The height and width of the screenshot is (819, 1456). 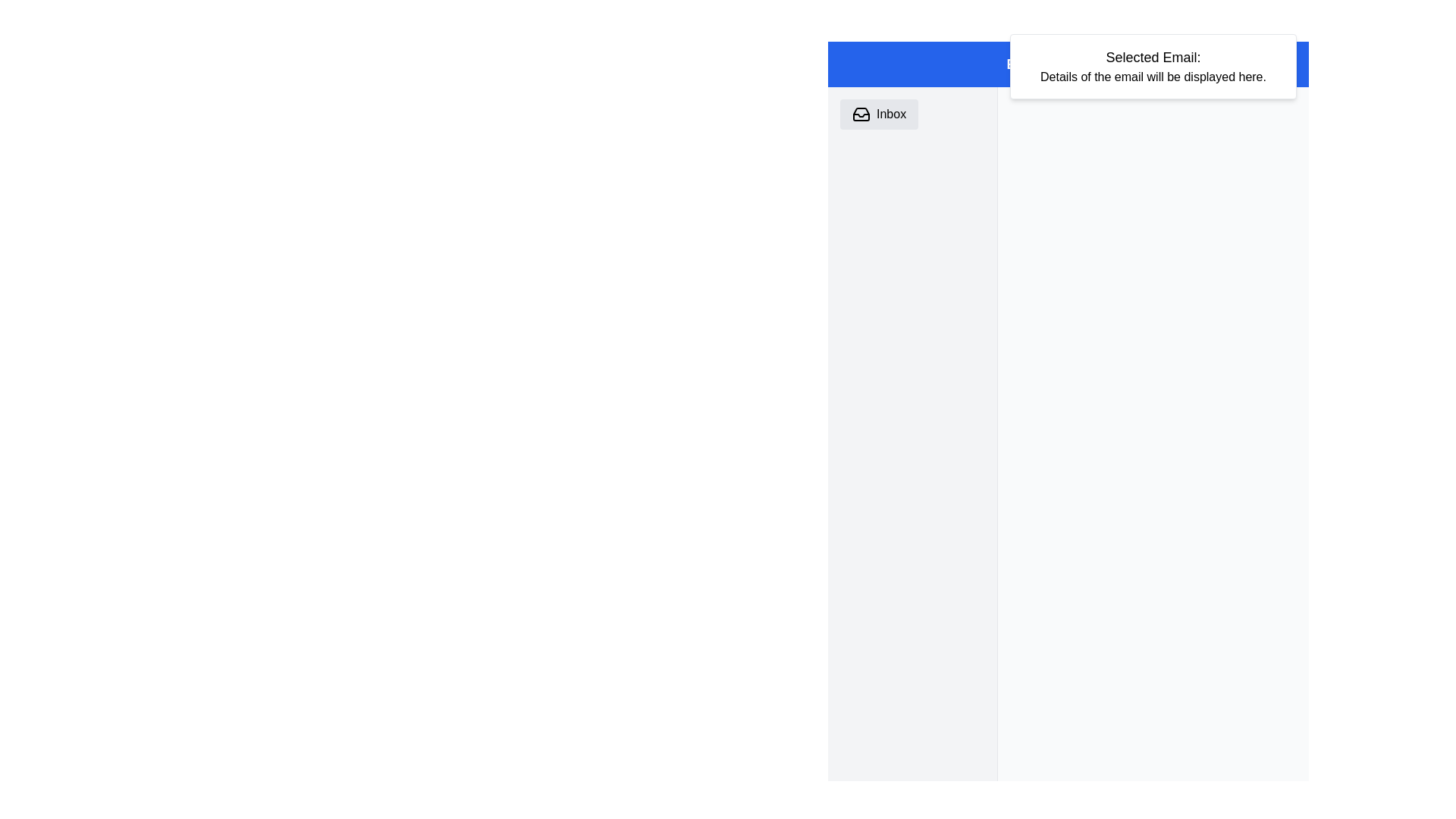 What do you see at coordinates (861, 114) in the screenshot?
I see `the arrow indicator within the SVG icon associated with the 'Inbox' label located near the top left of the interface` at bounding box center [861, 114].